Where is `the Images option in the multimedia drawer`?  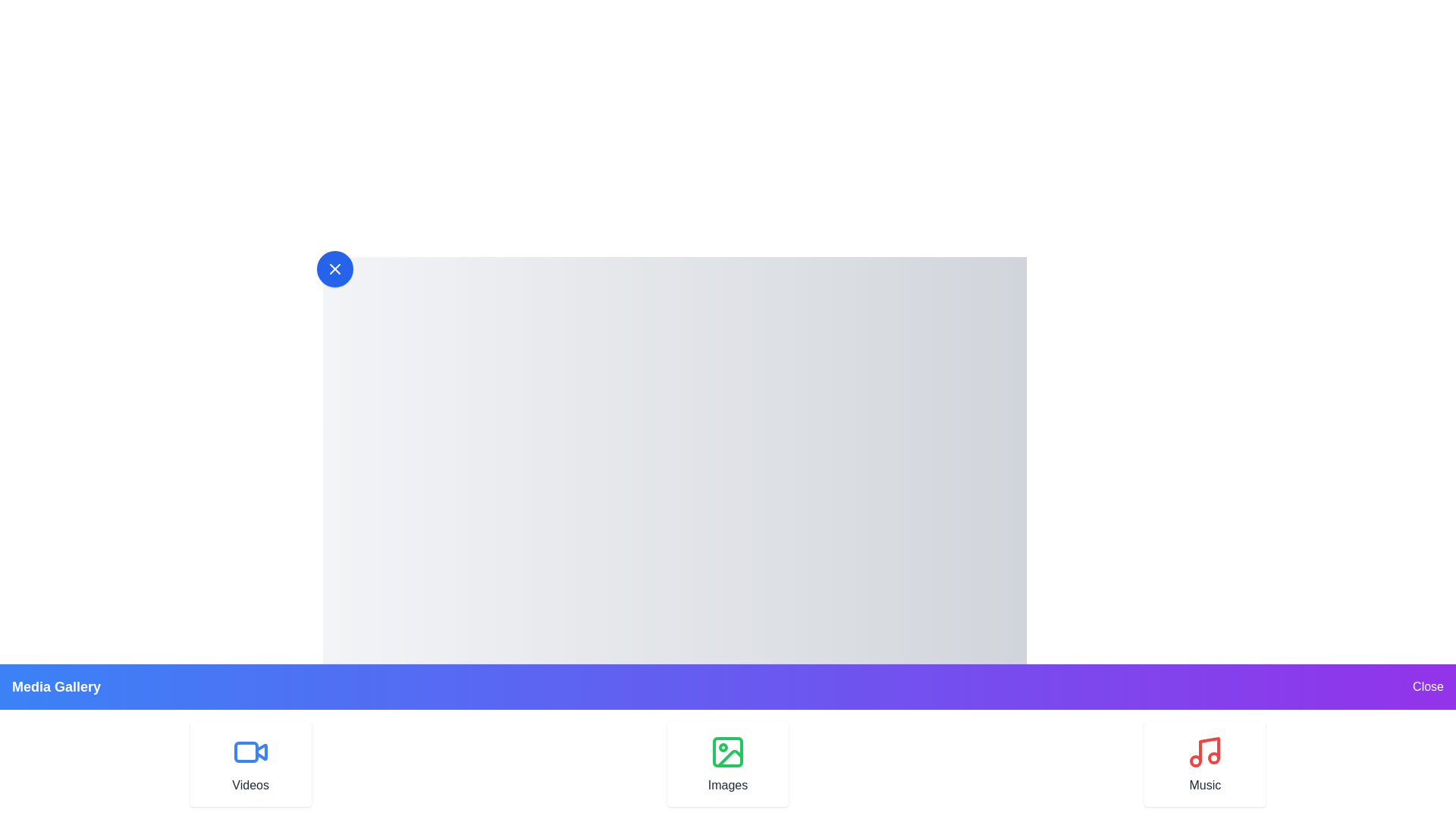 the Images option in the multimedia drawer is located at coordinates (728, 764).